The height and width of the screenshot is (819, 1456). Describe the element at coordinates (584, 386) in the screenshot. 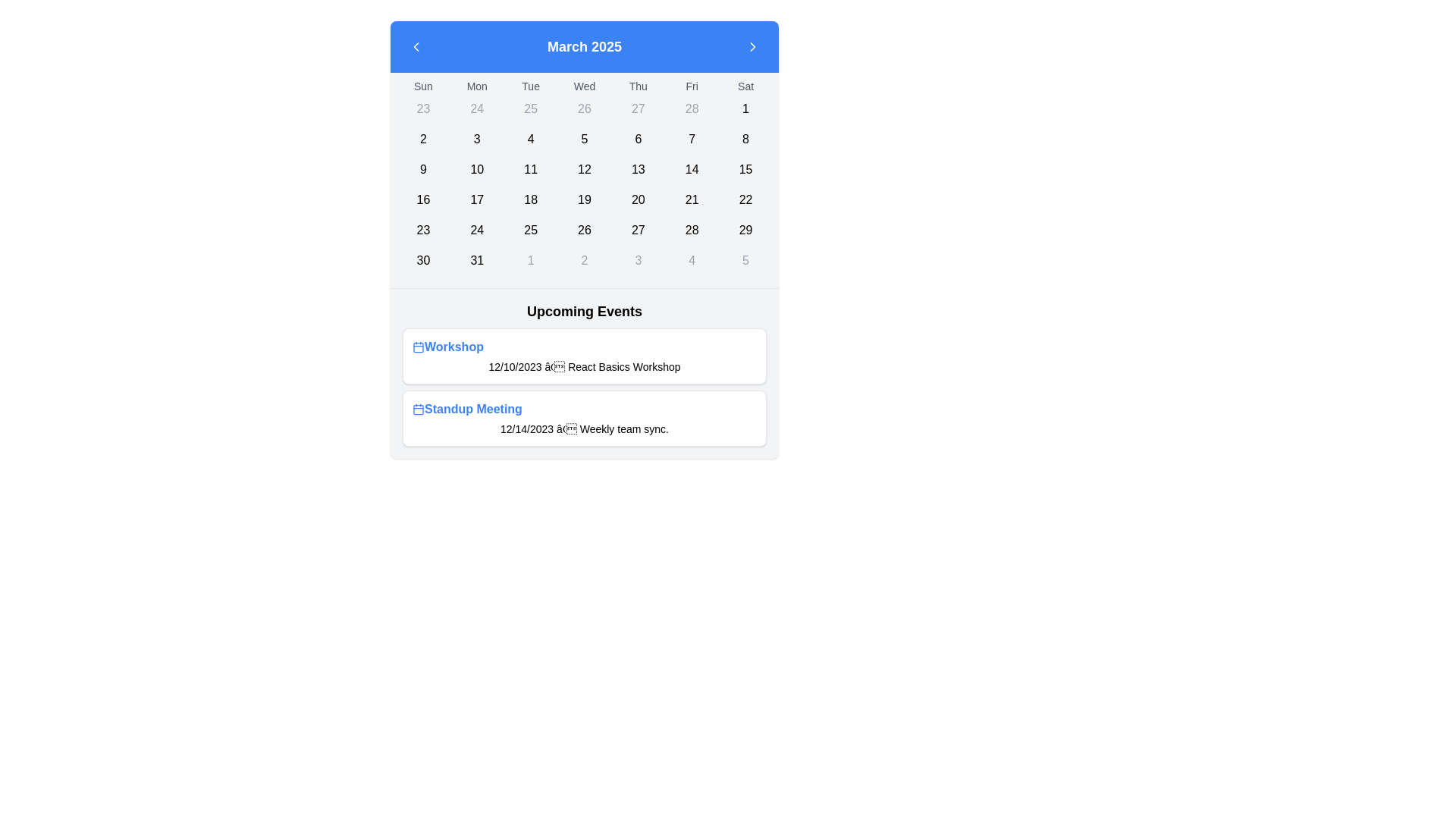

I see `an event in the 'Upcoming Events' list` at that location.